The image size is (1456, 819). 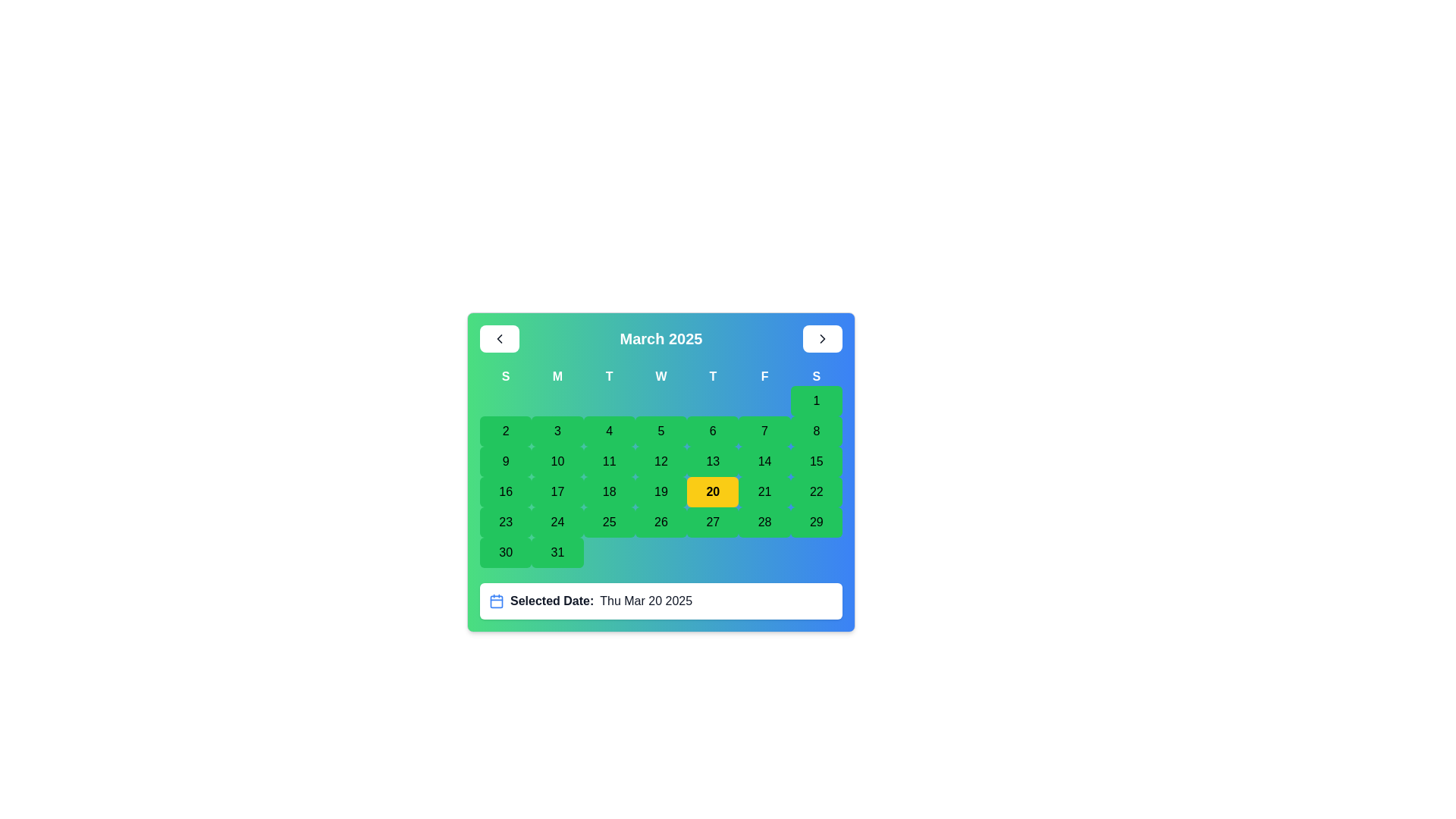 I want to click on the button representing the 24th day of March 2025 in the calendar, so click(x=557, y=522).